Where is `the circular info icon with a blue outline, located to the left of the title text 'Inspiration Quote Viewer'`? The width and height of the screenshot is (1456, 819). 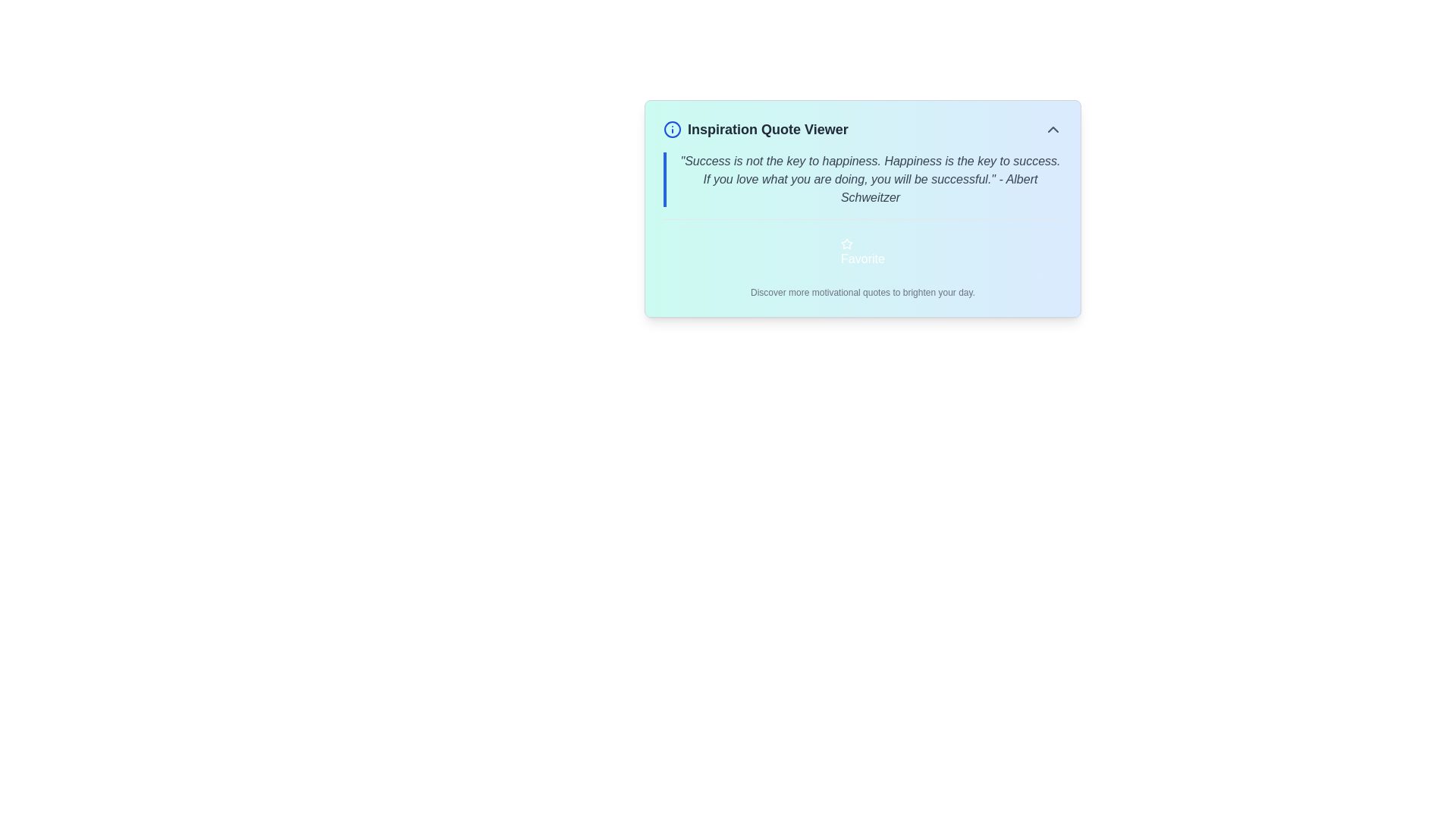
the circular info icon with a blue outline, located to the left of the title text 'Inspiration Quote Viewer' is located at coordinates (672, 128).